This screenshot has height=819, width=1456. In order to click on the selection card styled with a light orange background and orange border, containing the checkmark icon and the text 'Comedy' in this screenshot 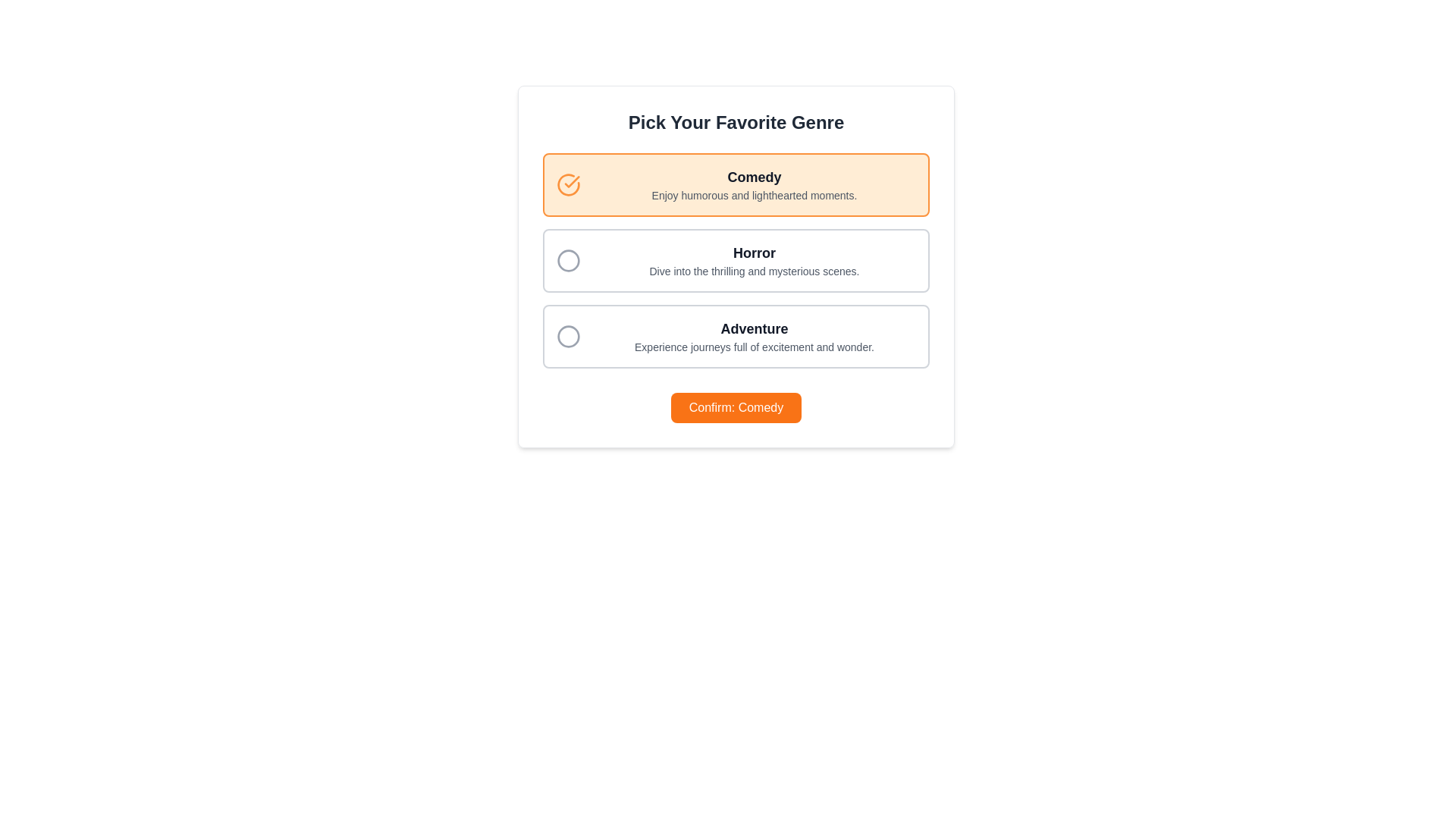, I will do `click(736, 184)`.